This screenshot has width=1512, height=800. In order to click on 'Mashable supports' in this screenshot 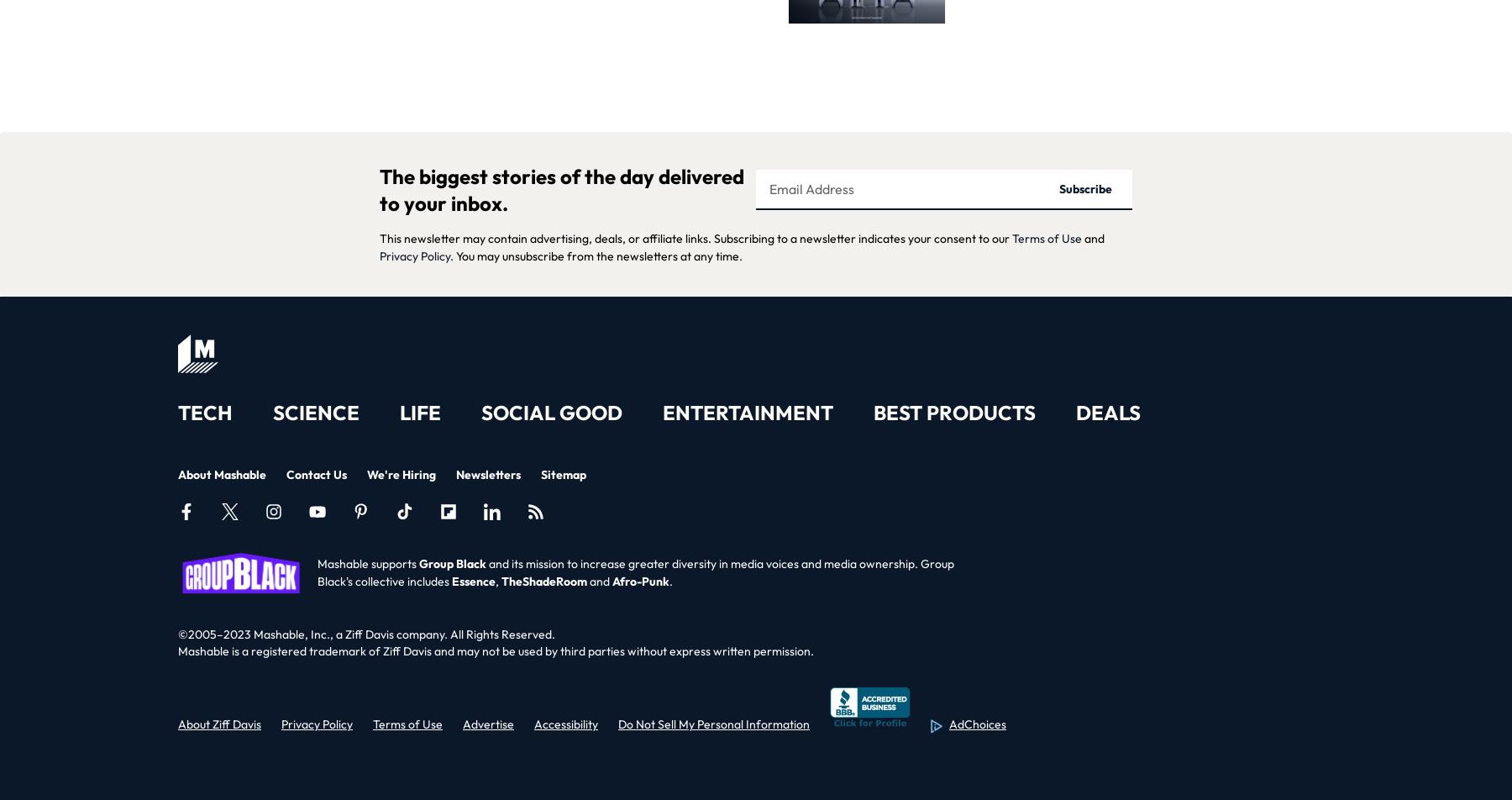, I will do `click(368, 563)`.